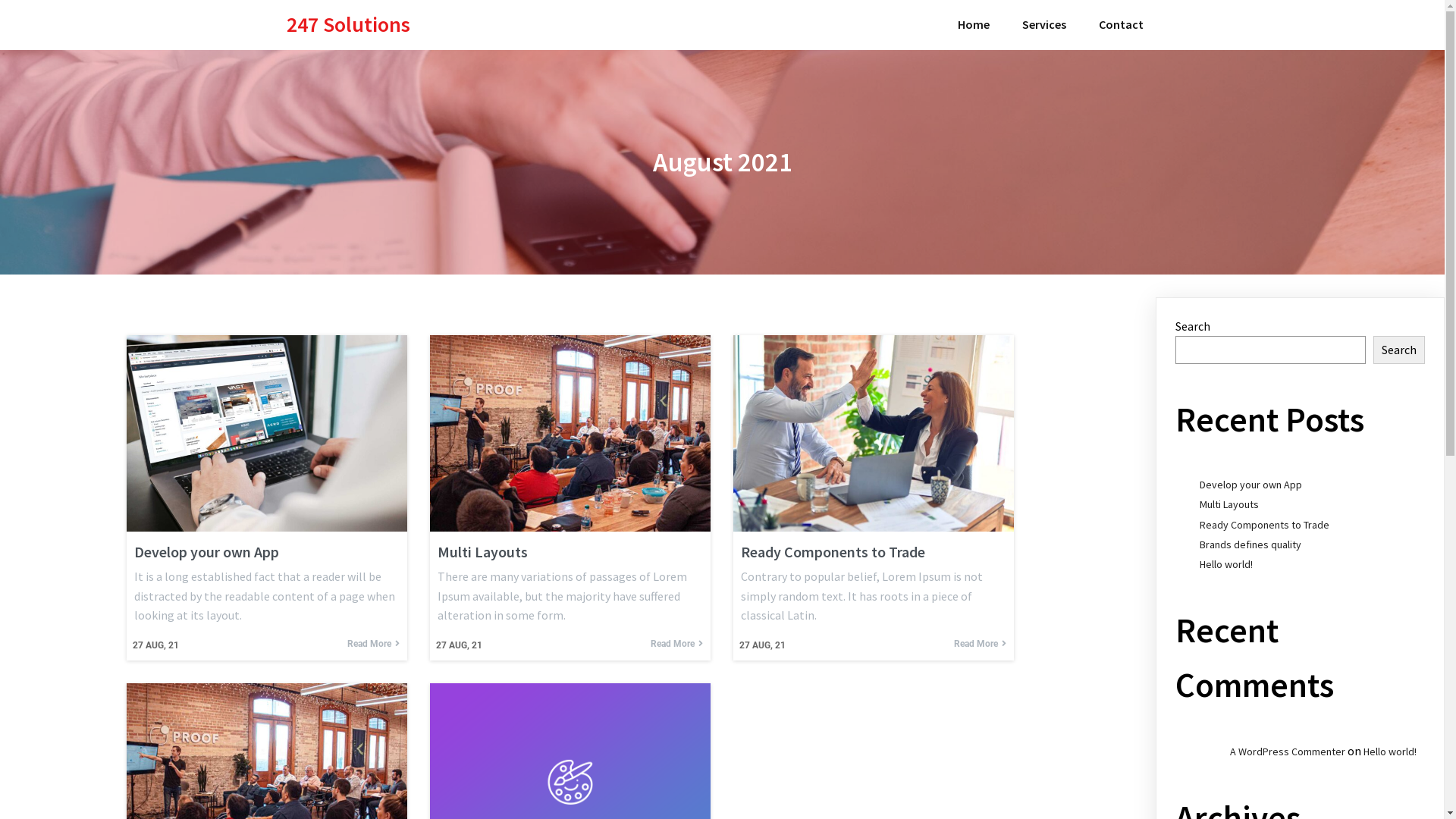  What do you see at coordinates (1250, 543) in the screenshot?
I see `'Brands defines quality'` at bounding box center [1250, 543].